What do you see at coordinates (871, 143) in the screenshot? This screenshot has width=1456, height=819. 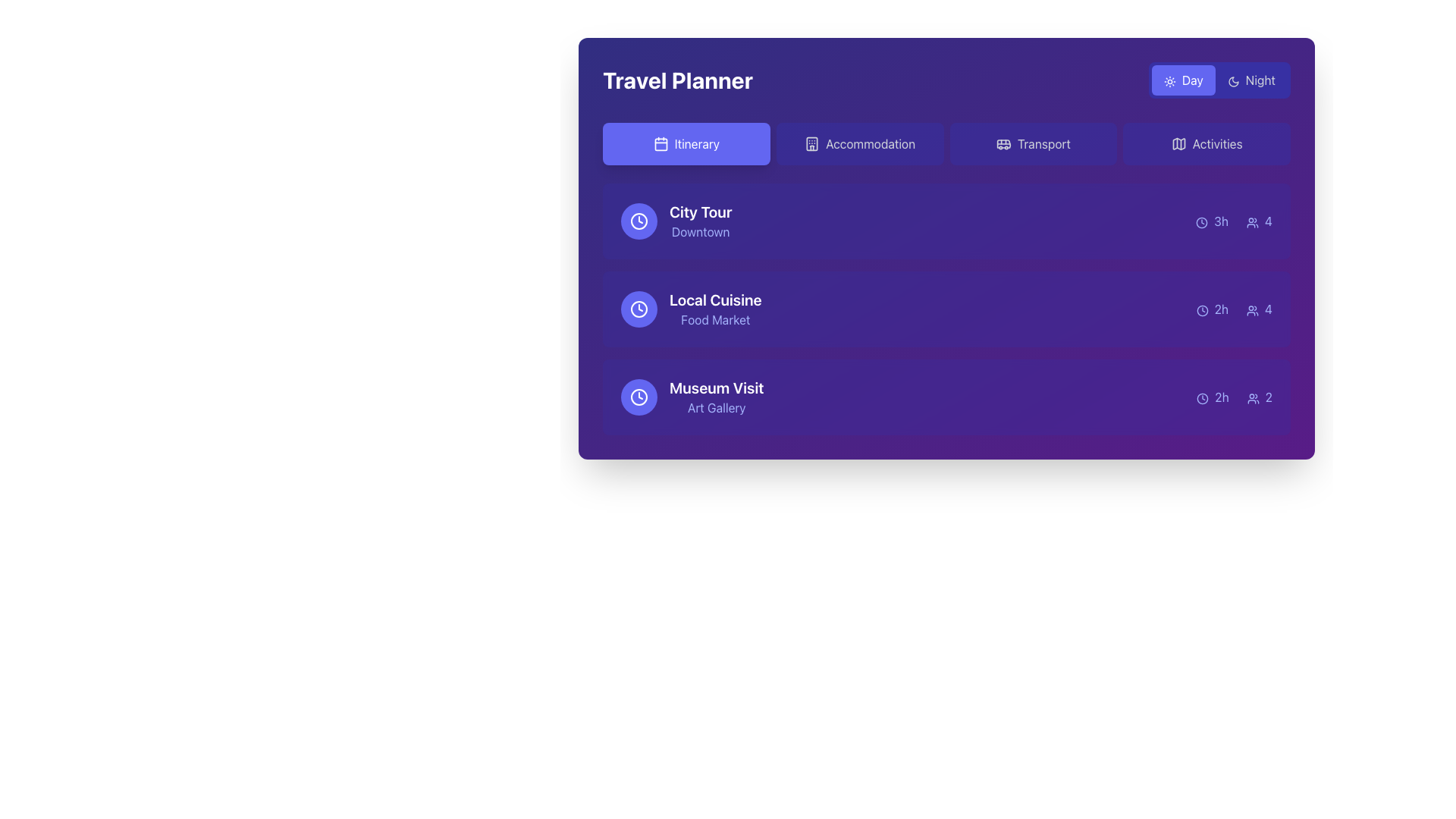 I see `the 'Accommodation' text label in the navigation tab, which is styled in a lighter color against a purple background, positioned second from the left in the top navigation menu` at bounding box center [871, 143].